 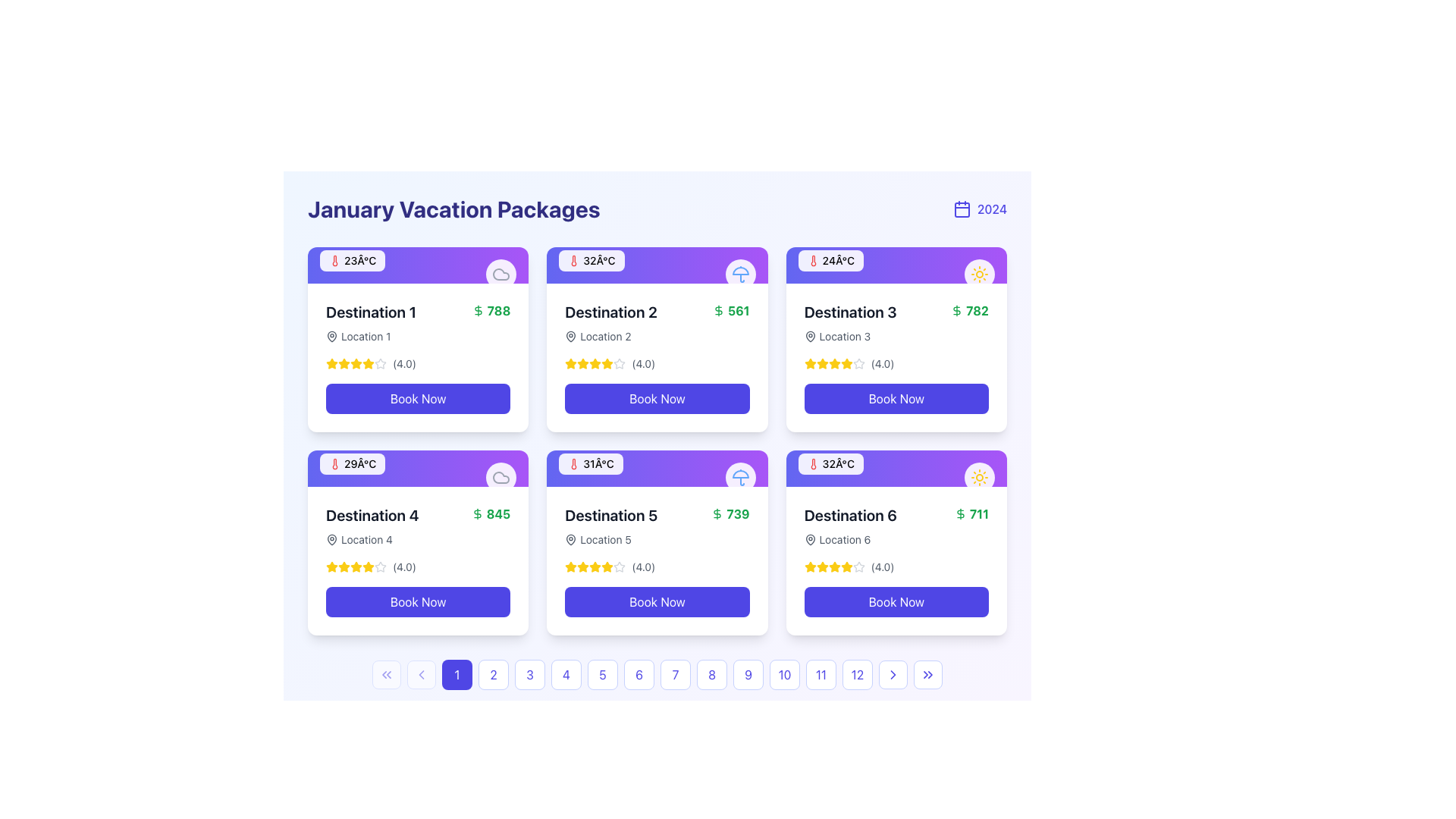 I want to click on the fourth star icon in the star rating system beneath the 'Destination 4' card, so click(x=368, y=566).